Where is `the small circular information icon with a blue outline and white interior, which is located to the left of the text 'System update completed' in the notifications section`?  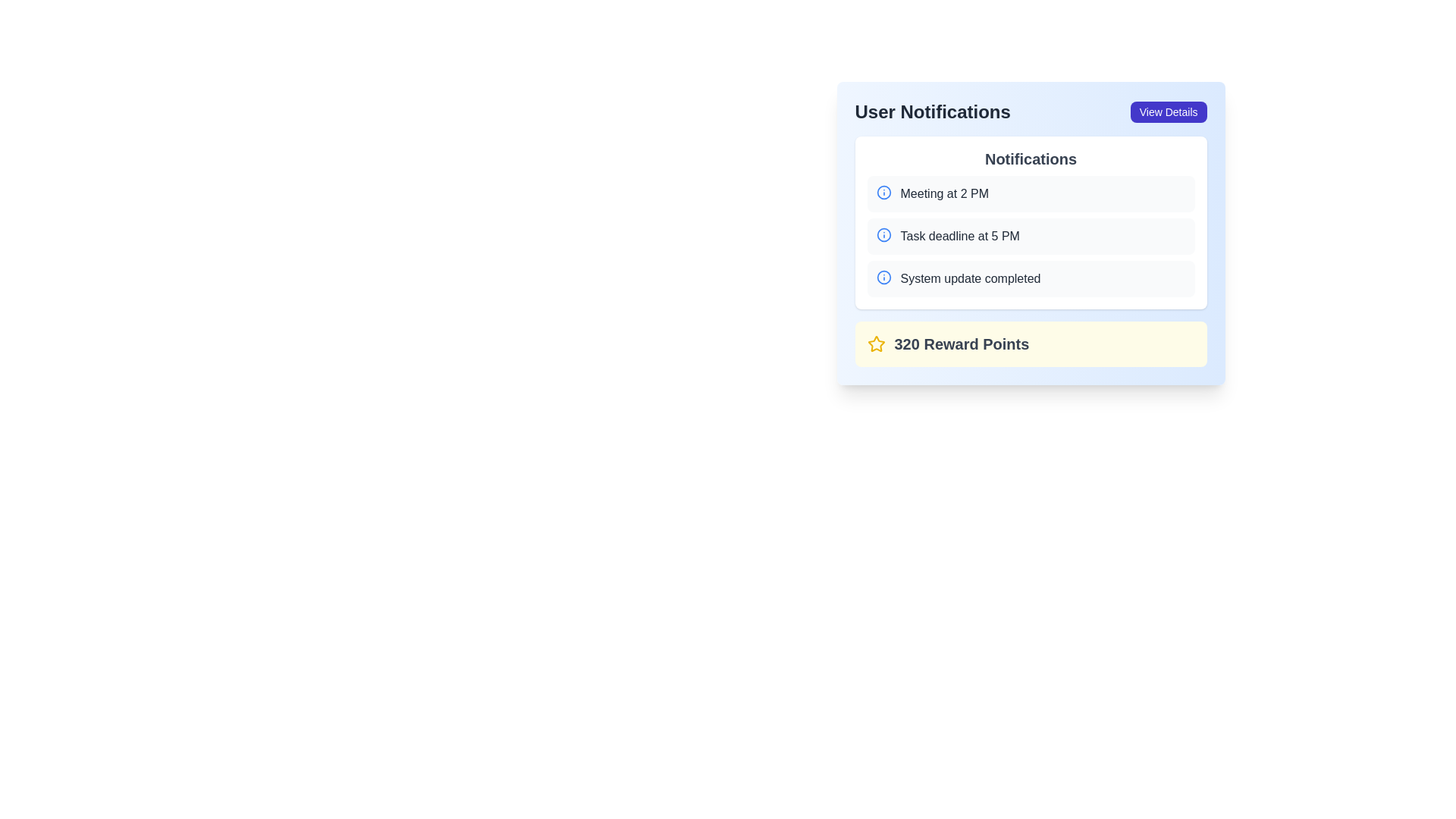
the small circular information icon with a blue outline and white interior, which is located to the left of the text 'System update completed' in the notifications section is located at coordinates (883, 278).